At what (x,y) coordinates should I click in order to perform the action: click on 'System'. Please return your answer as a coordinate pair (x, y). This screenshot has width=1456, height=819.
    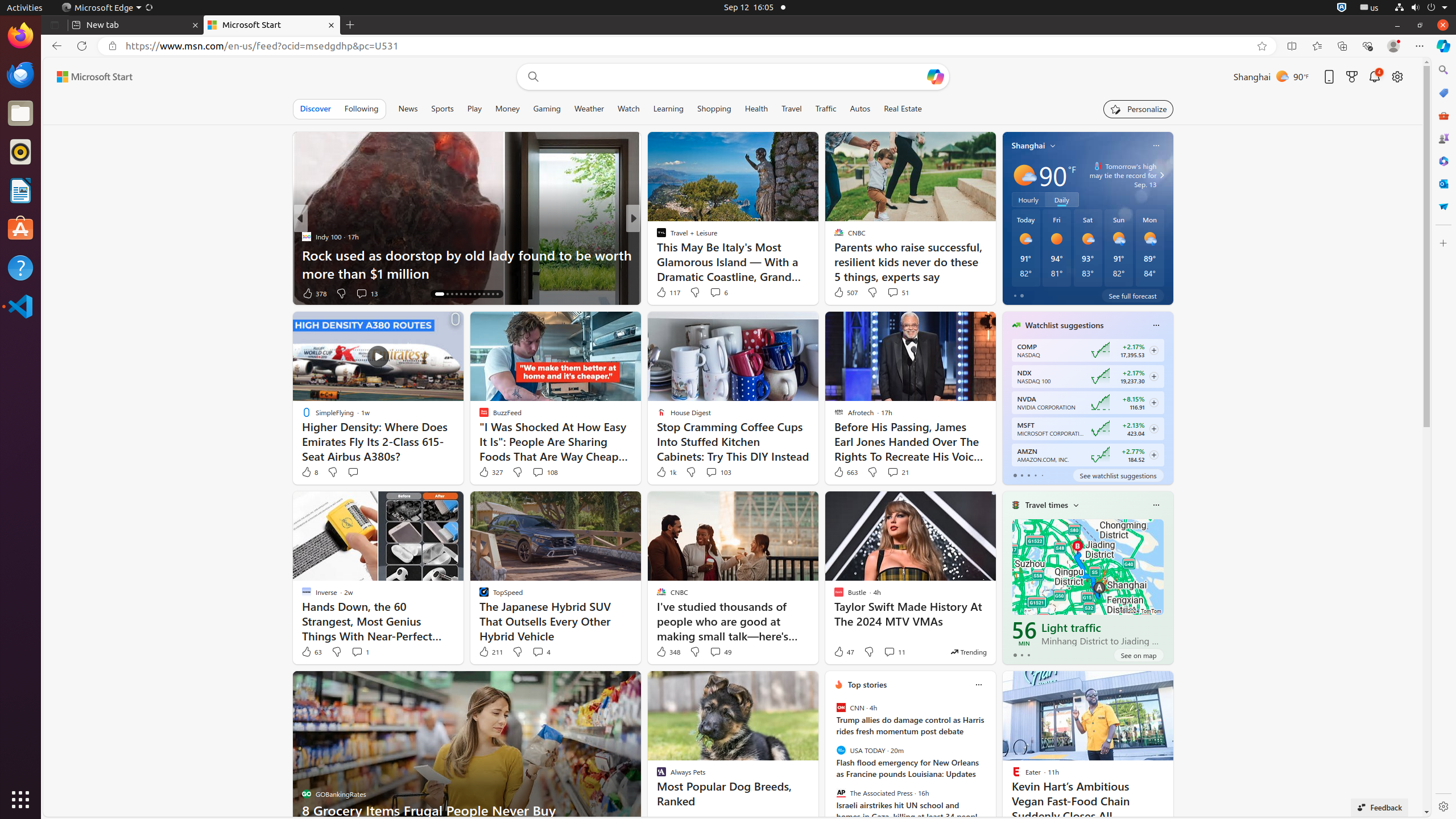
    Looking at the image, I should click on (1421, 7).